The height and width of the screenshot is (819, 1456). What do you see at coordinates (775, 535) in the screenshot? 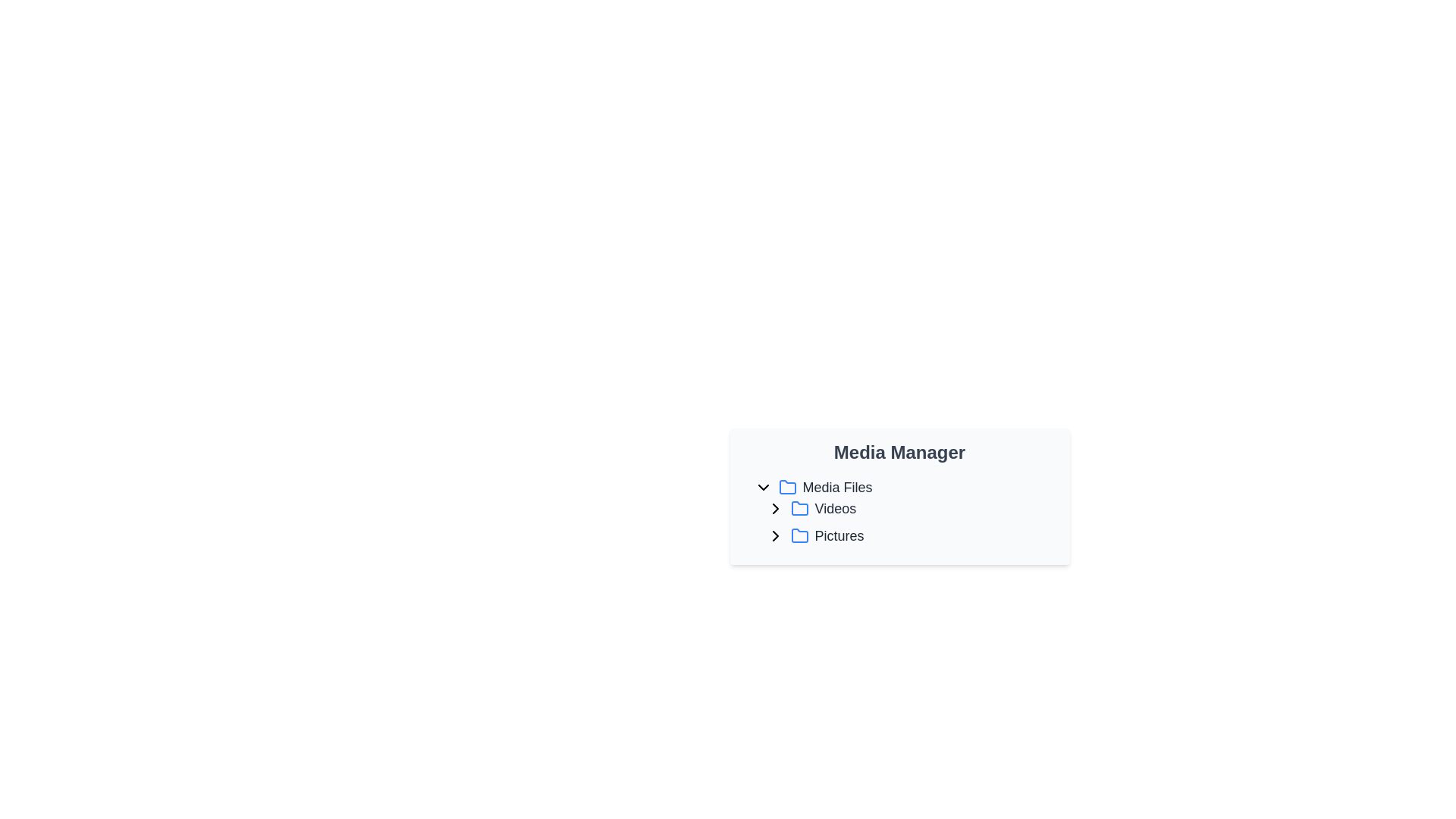
I see `the black arrow icon pointing to the right, located to the left of the 'Pictures' folder label` at bounding box center [775, 535].